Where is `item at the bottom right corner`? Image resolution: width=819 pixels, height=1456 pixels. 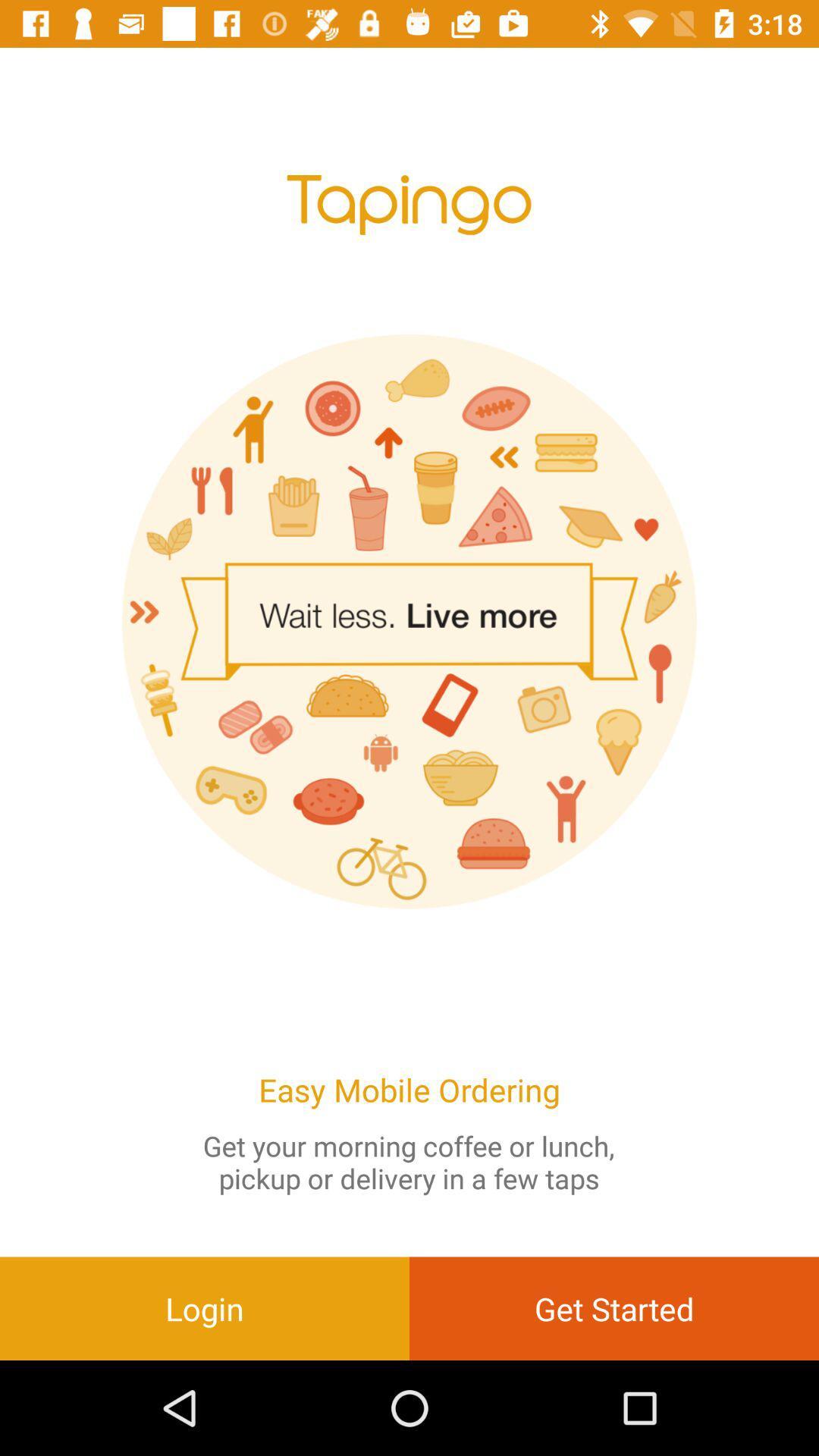
item at the bottom right corner is located at coordinates (614, 1307).